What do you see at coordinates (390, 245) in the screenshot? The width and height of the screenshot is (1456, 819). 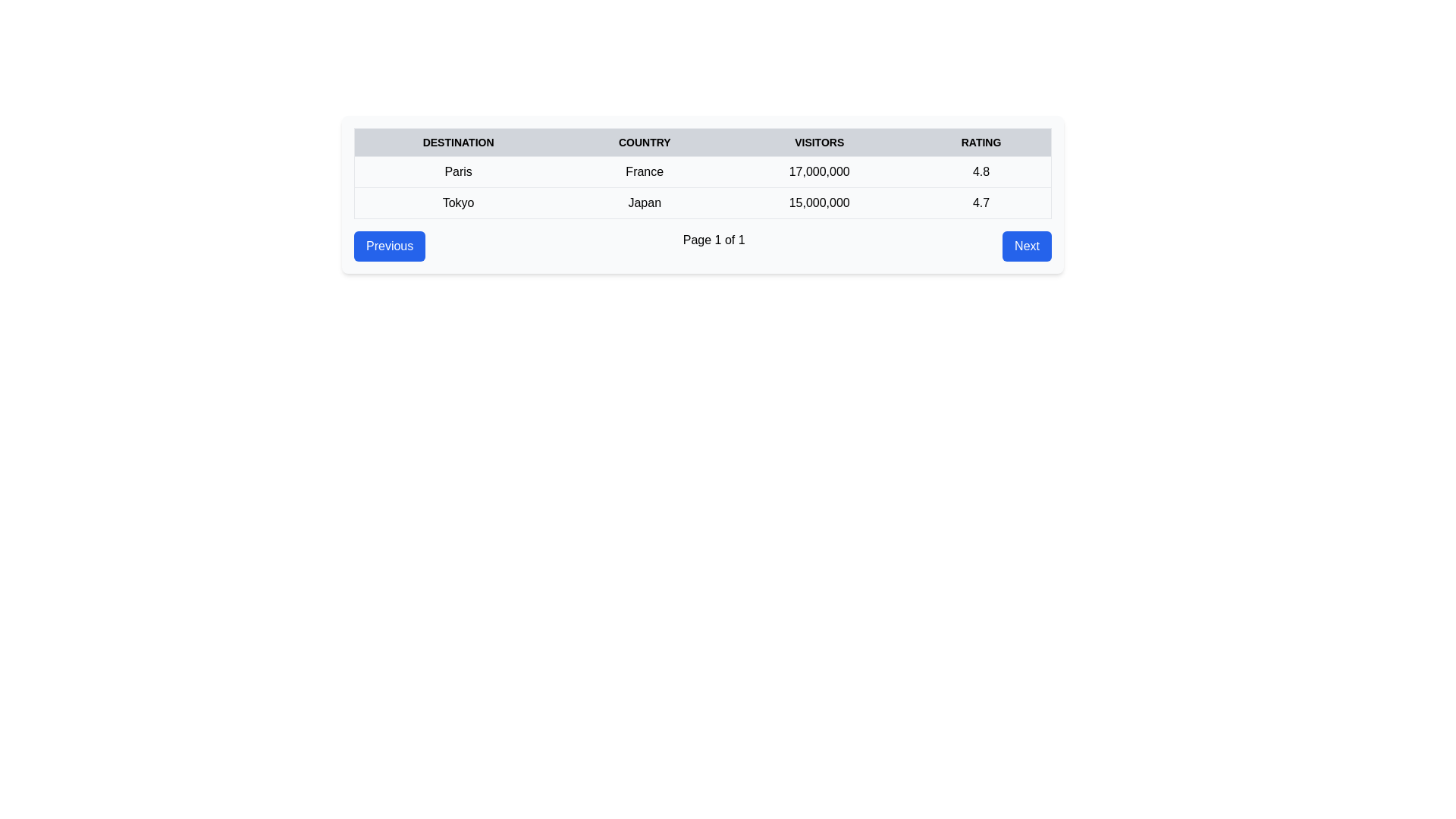 I see `the 'Previous' button, which is a rectangular button with white text on a blue background, located on the leftmost side of the navigation bar beneath the table` at bounding box center [390, 245].